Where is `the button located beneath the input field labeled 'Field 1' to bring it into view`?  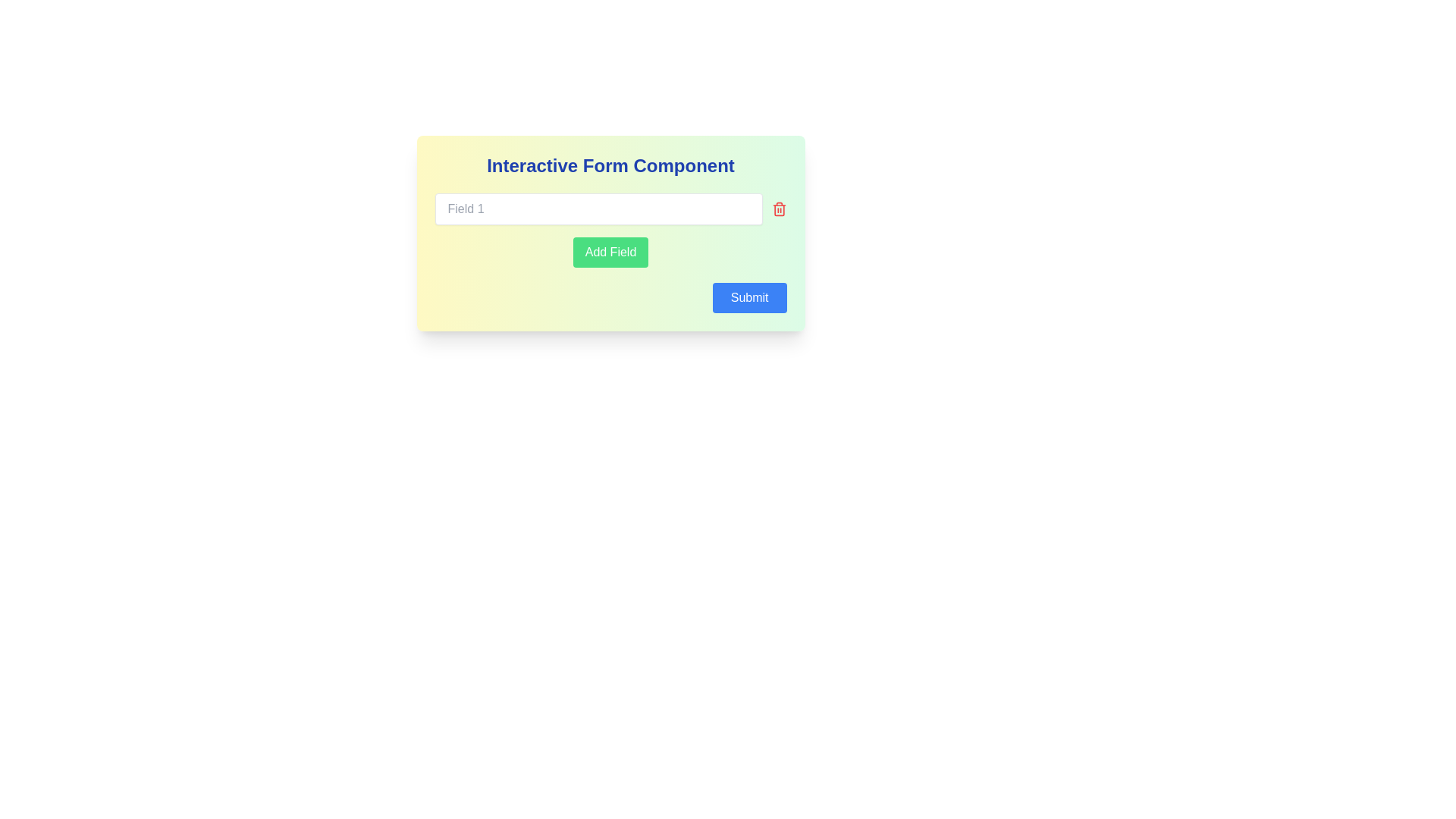
the button located beneath the input field labeled 'Field 1' to bring it into view is located at coordinates (610, 251).